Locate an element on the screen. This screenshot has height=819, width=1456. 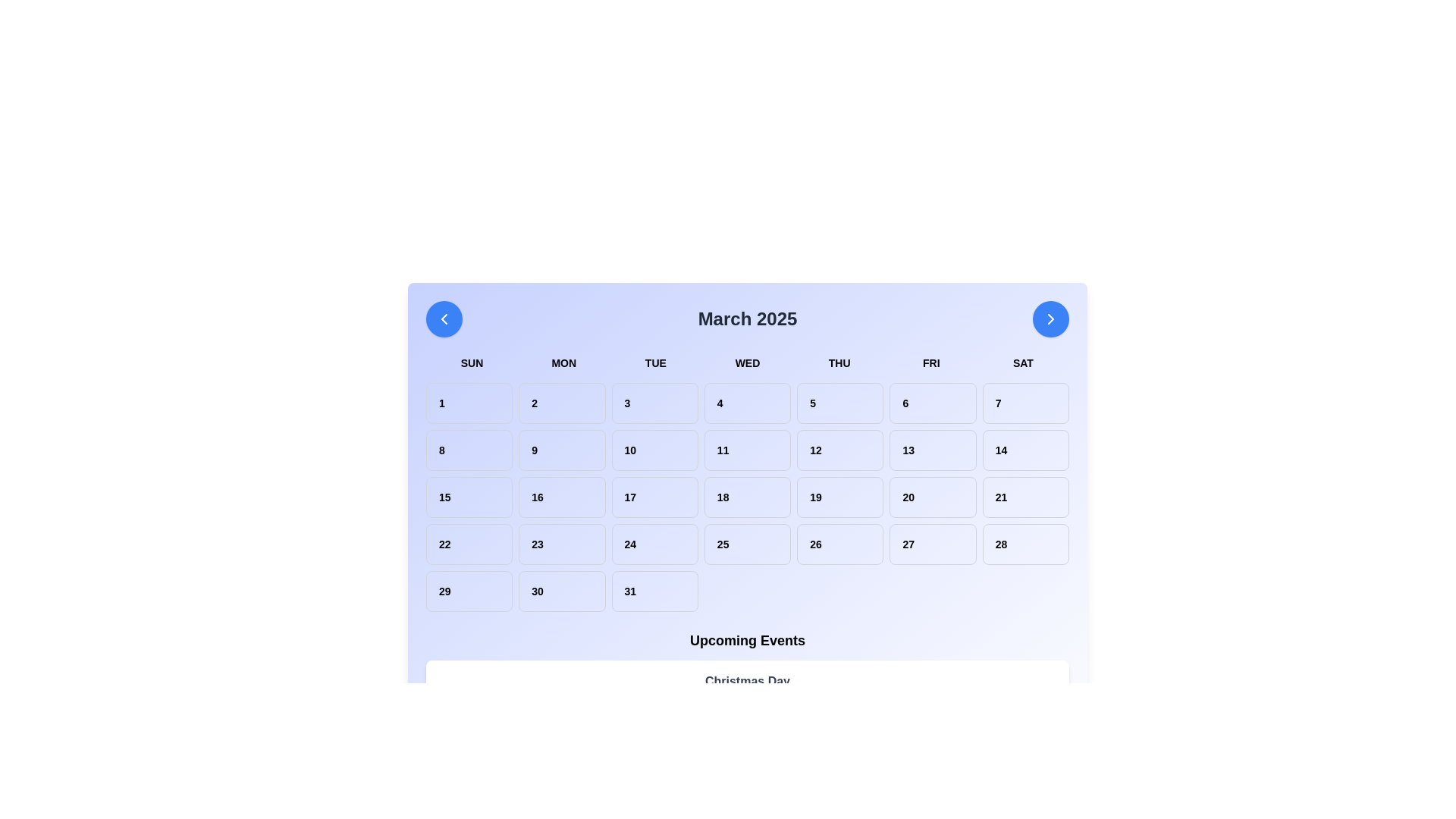
the calendar cell displaying the number '30' in the bottom row, second column of the March 2025 calendar is located at coordinates (561, 590).